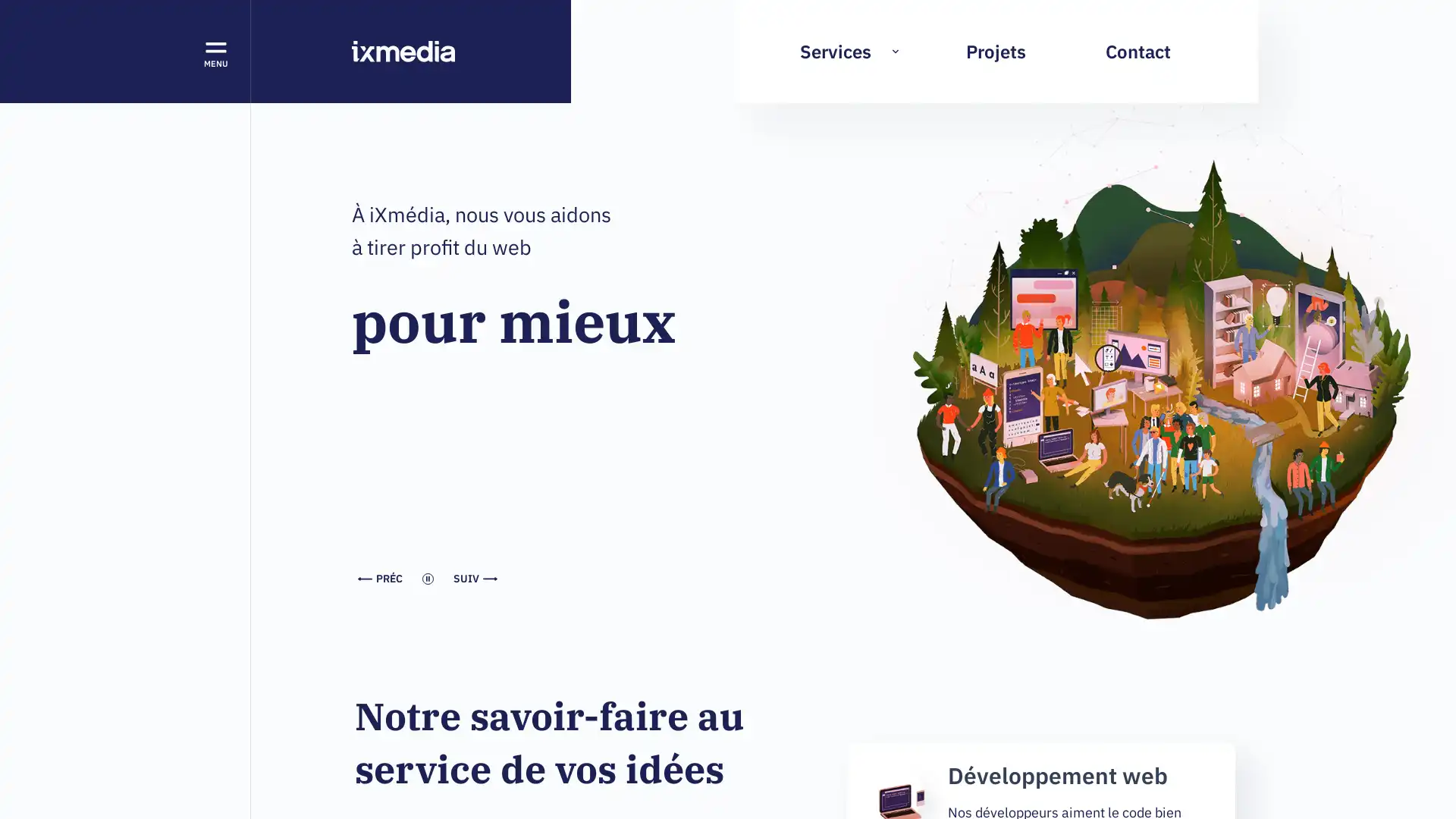  Describe the element at coordinates (351, 197) in the screenshot. I see `Mettre en pause` at that location.